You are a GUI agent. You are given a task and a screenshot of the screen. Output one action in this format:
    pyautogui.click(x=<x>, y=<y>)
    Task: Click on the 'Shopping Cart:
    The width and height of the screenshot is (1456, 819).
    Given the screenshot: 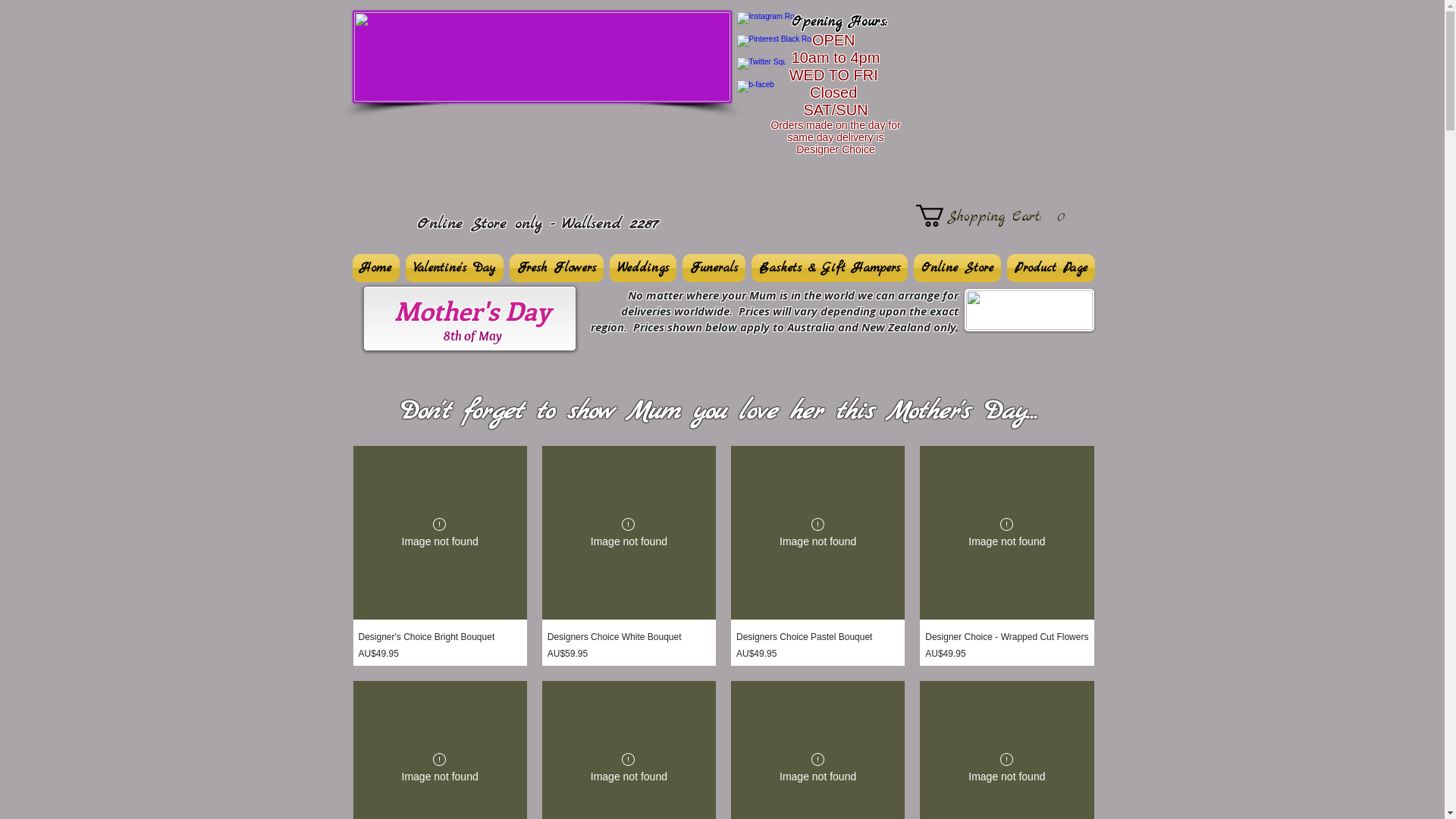 What is the action you would take?
    pyautogui.click(x=915, y=215)
    